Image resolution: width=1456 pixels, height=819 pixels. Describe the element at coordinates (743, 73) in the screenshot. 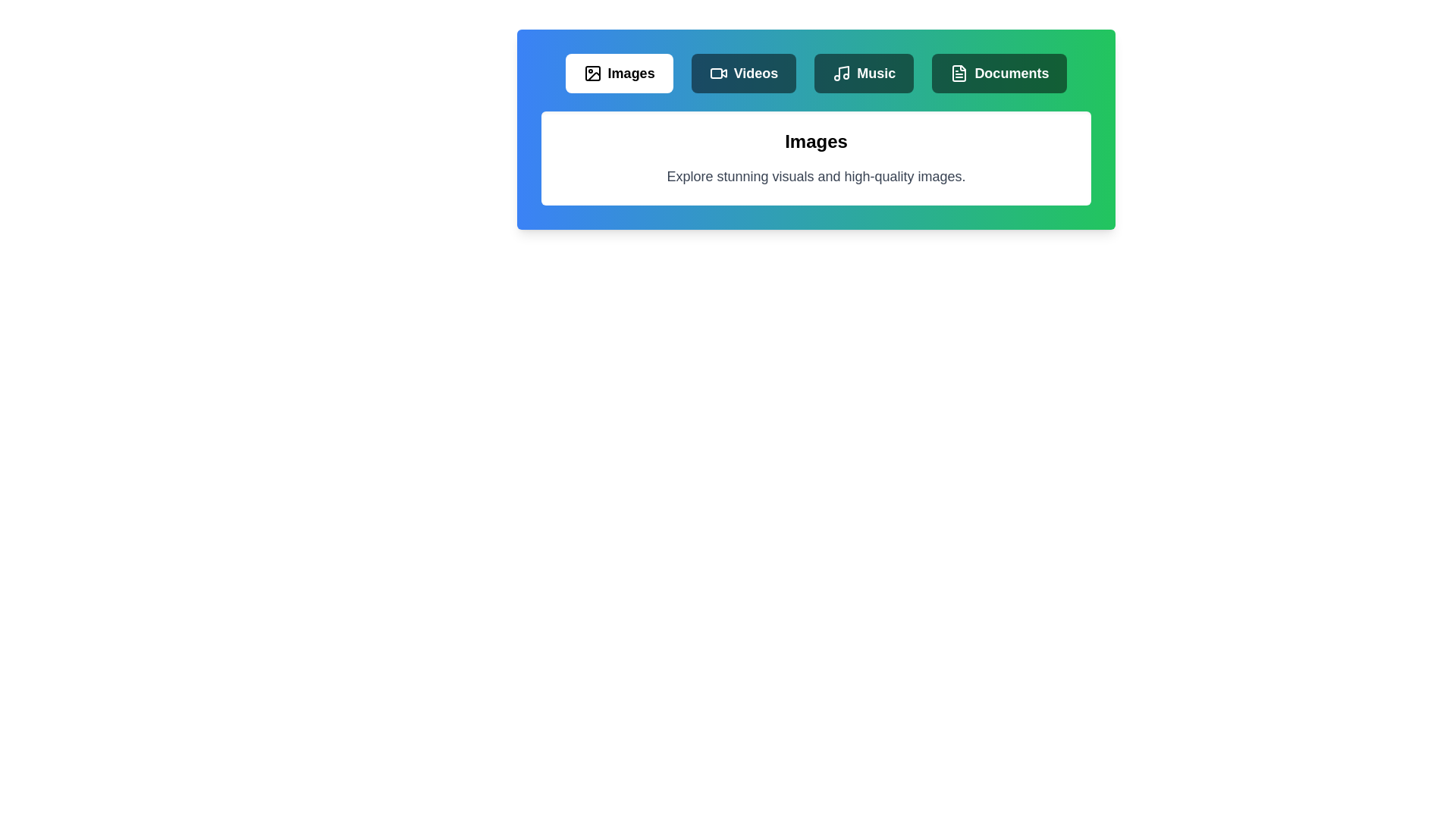

I see `the Videos tab` at that location.